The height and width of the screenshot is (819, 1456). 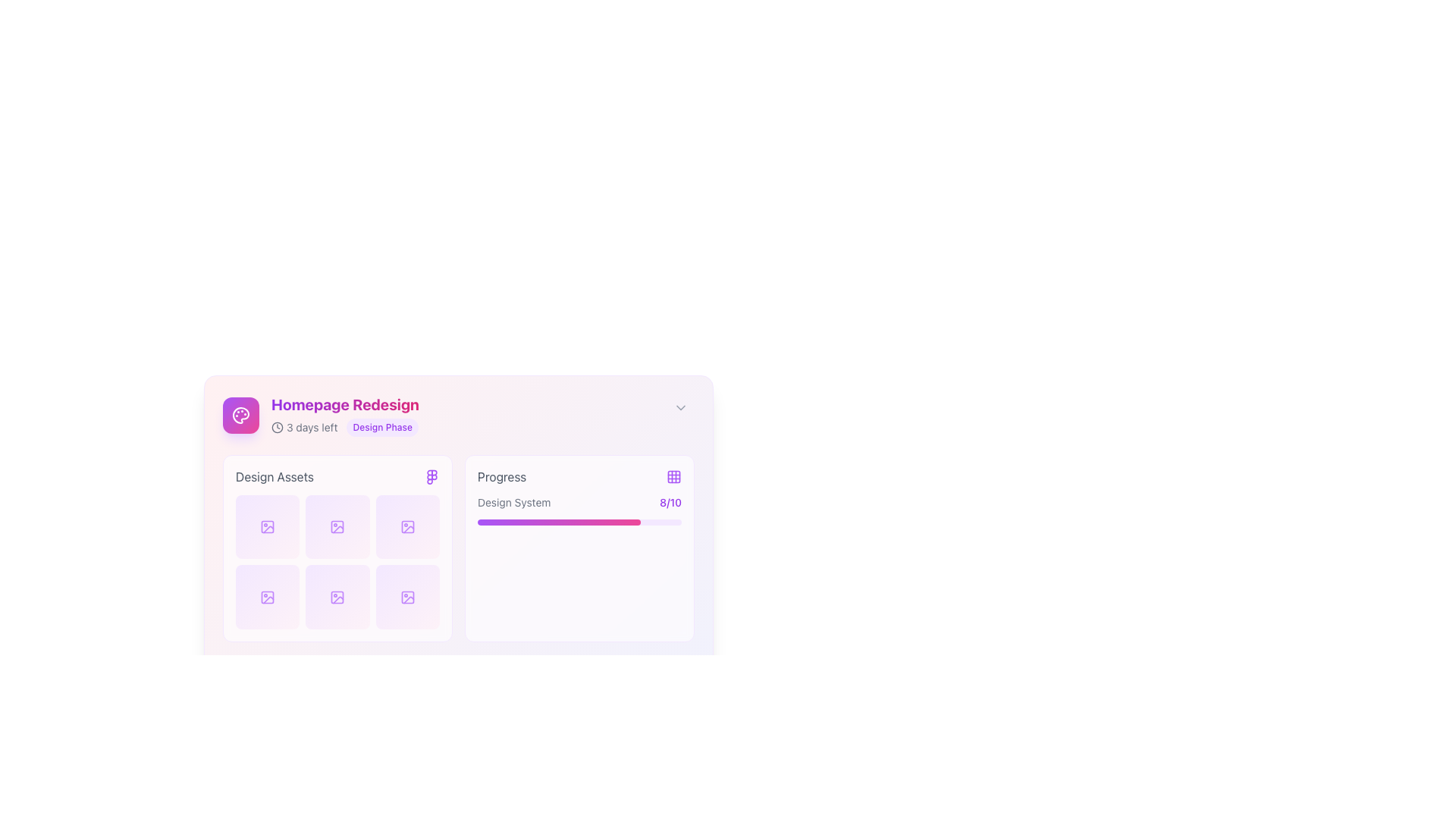 What do you see at coordinates (337, 596) in the screenshot?
I see `the icon embedded in the tile that has a gradient-filled background transitioning from light purple to pink, located in the bottom middle position of the 'Design Assets' section` at bounding box center [337, 596].